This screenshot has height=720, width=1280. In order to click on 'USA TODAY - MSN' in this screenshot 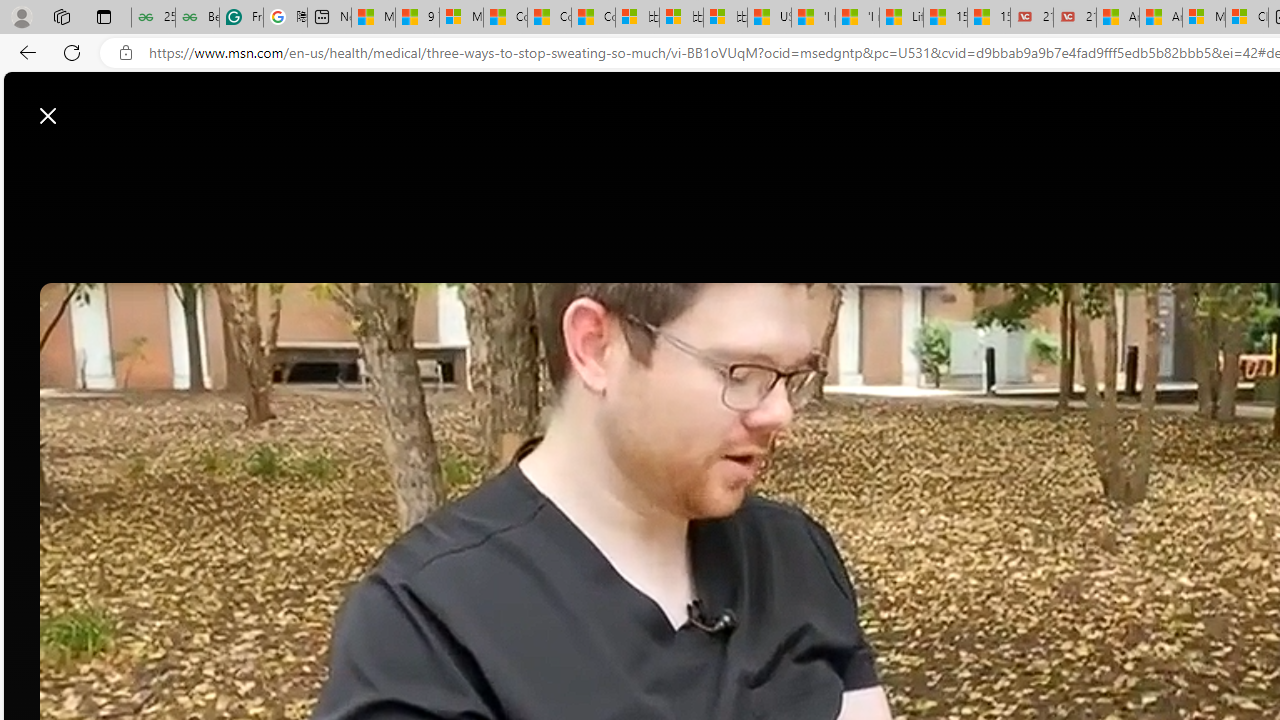, I will do `click(768, 17)`.